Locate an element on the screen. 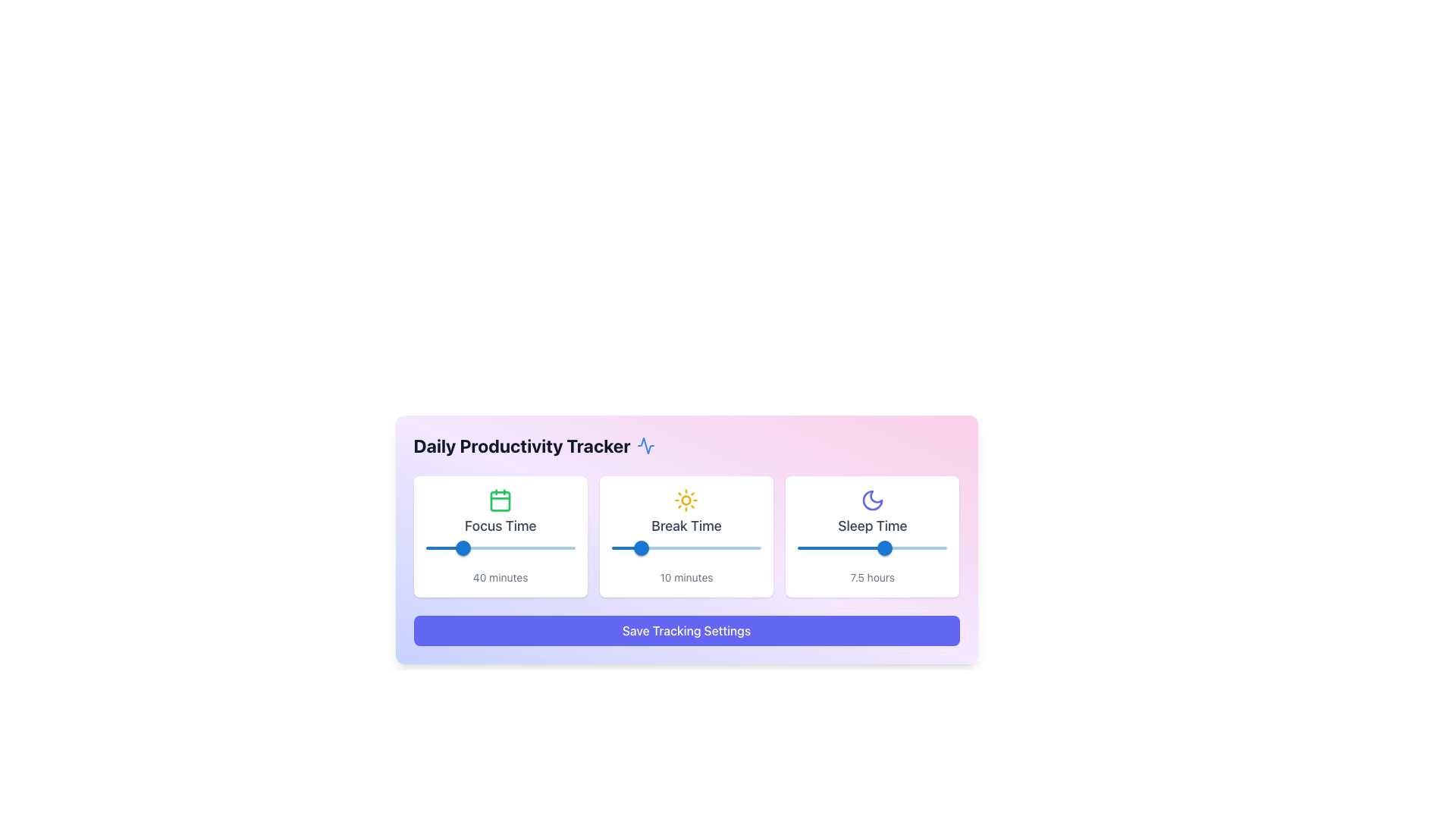  the focus time is located at coordinates (471, 548).